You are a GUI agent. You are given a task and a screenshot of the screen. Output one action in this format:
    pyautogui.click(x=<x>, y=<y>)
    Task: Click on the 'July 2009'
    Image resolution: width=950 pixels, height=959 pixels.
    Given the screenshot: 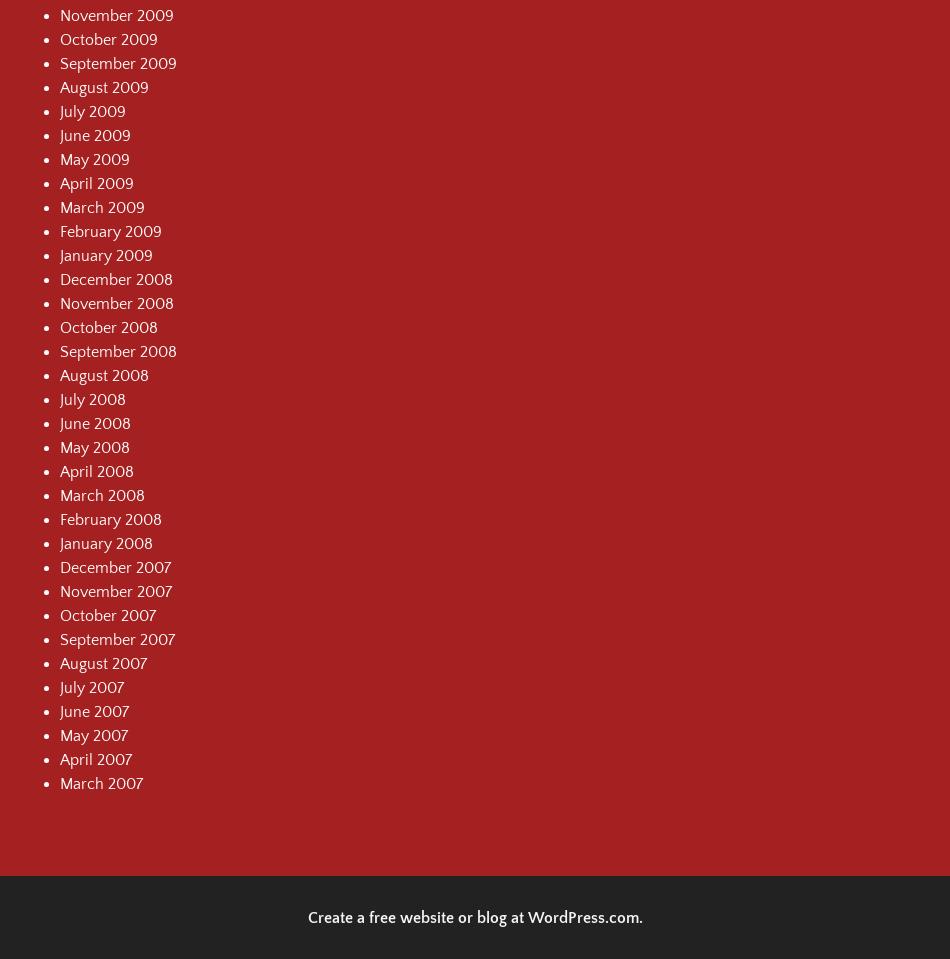 What is the action you would take?
    pyautogui.click(x=93, y=110)
    